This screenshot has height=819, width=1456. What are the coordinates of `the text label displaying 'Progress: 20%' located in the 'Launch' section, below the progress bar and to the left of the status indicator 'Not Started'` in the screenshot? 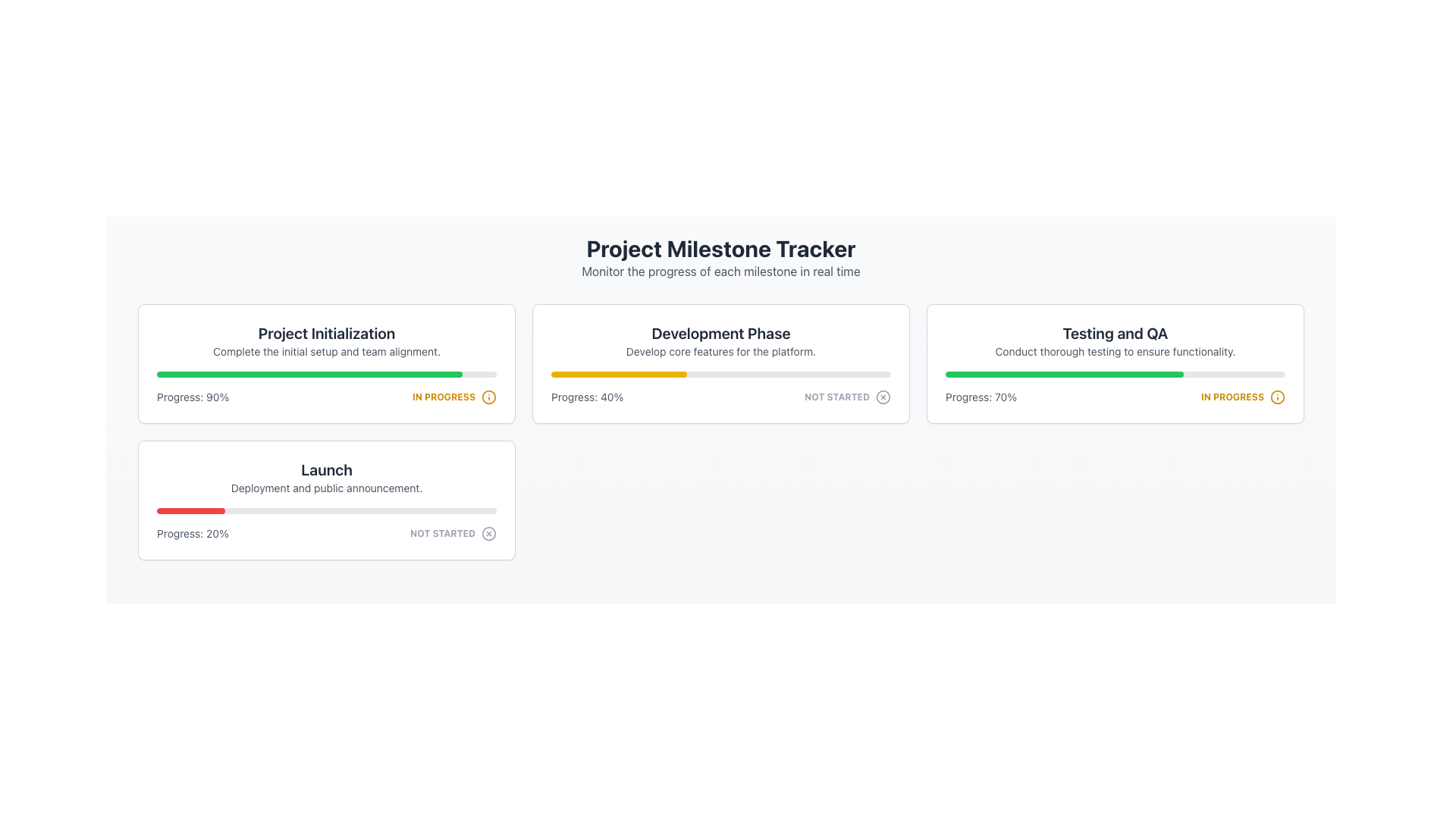 It's located at (192, 533).